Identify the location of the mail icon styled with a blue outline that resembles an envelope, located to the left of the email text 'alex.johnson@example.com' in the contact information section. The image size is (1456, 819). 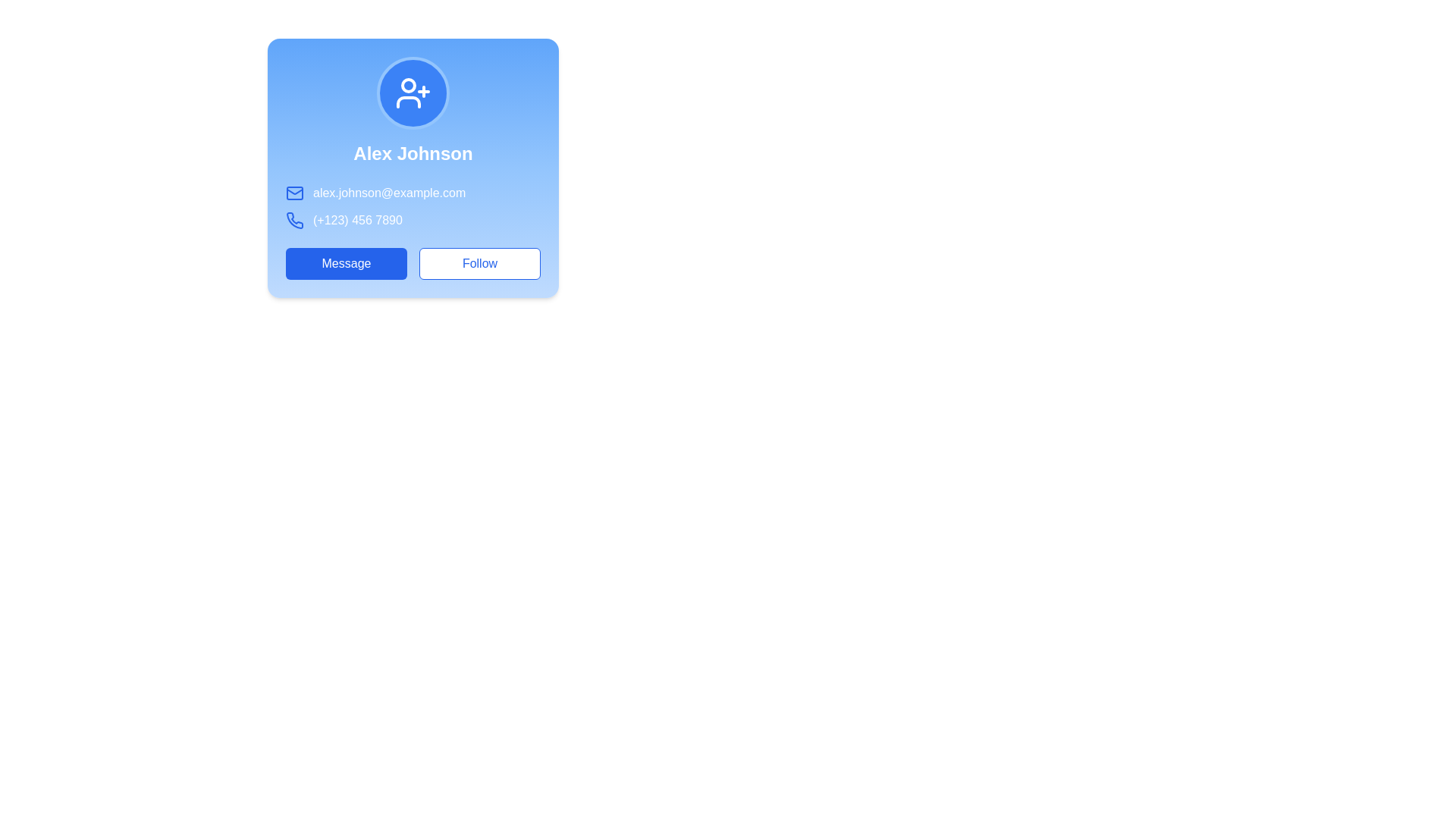
(294, 192).